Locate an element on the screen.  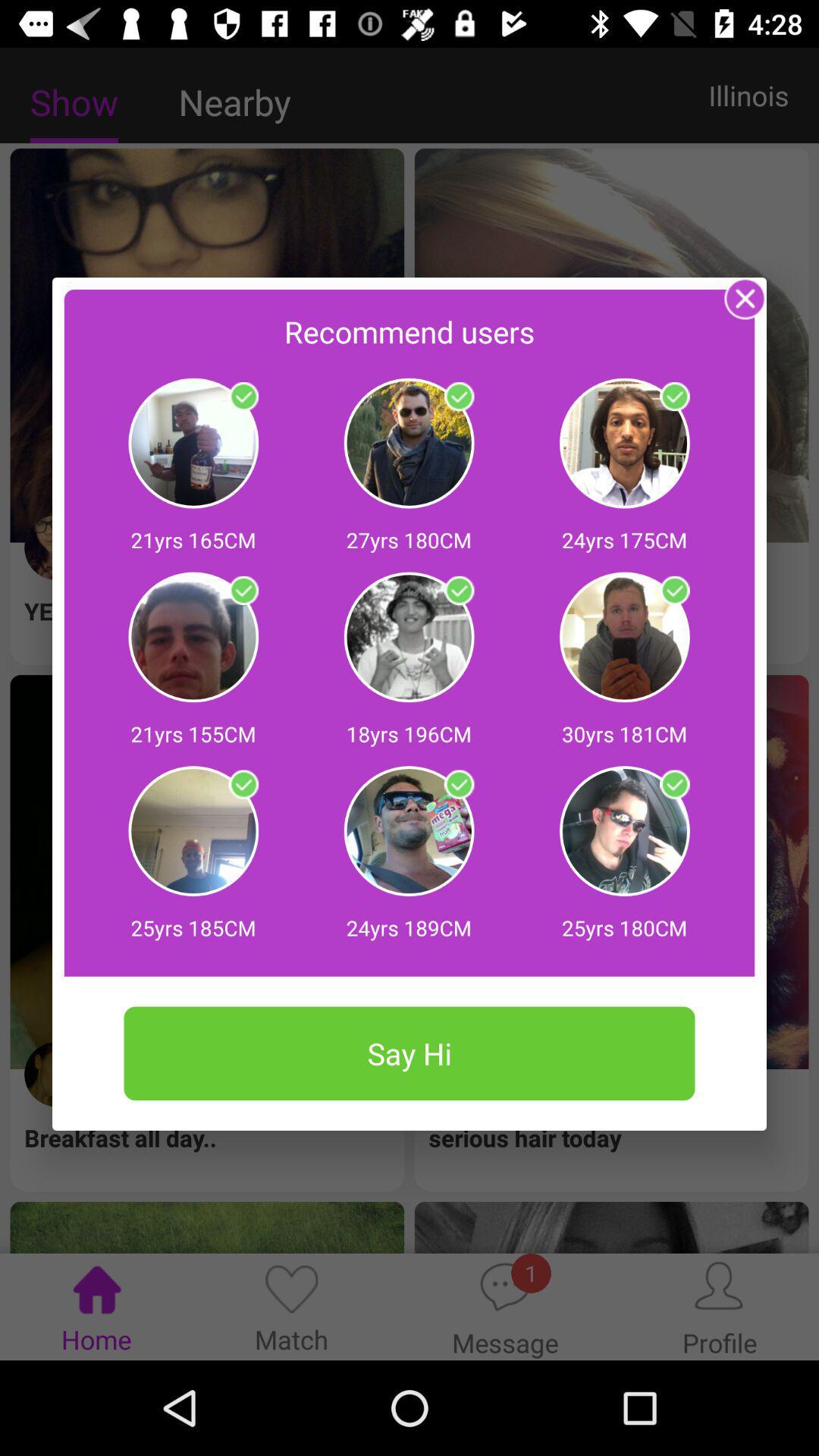
like is located at coordinates (458, 397).